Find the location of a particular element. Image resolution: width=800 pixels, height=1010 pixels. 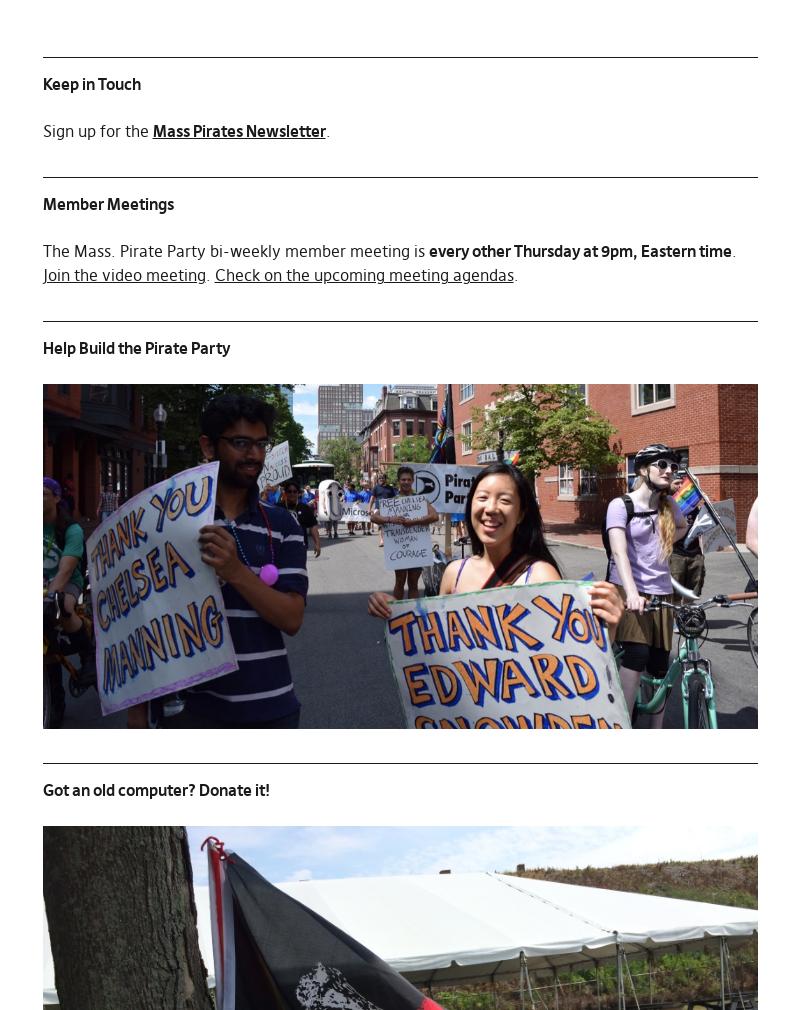

'Join the video meeting' is located at coordinates (122, 275).